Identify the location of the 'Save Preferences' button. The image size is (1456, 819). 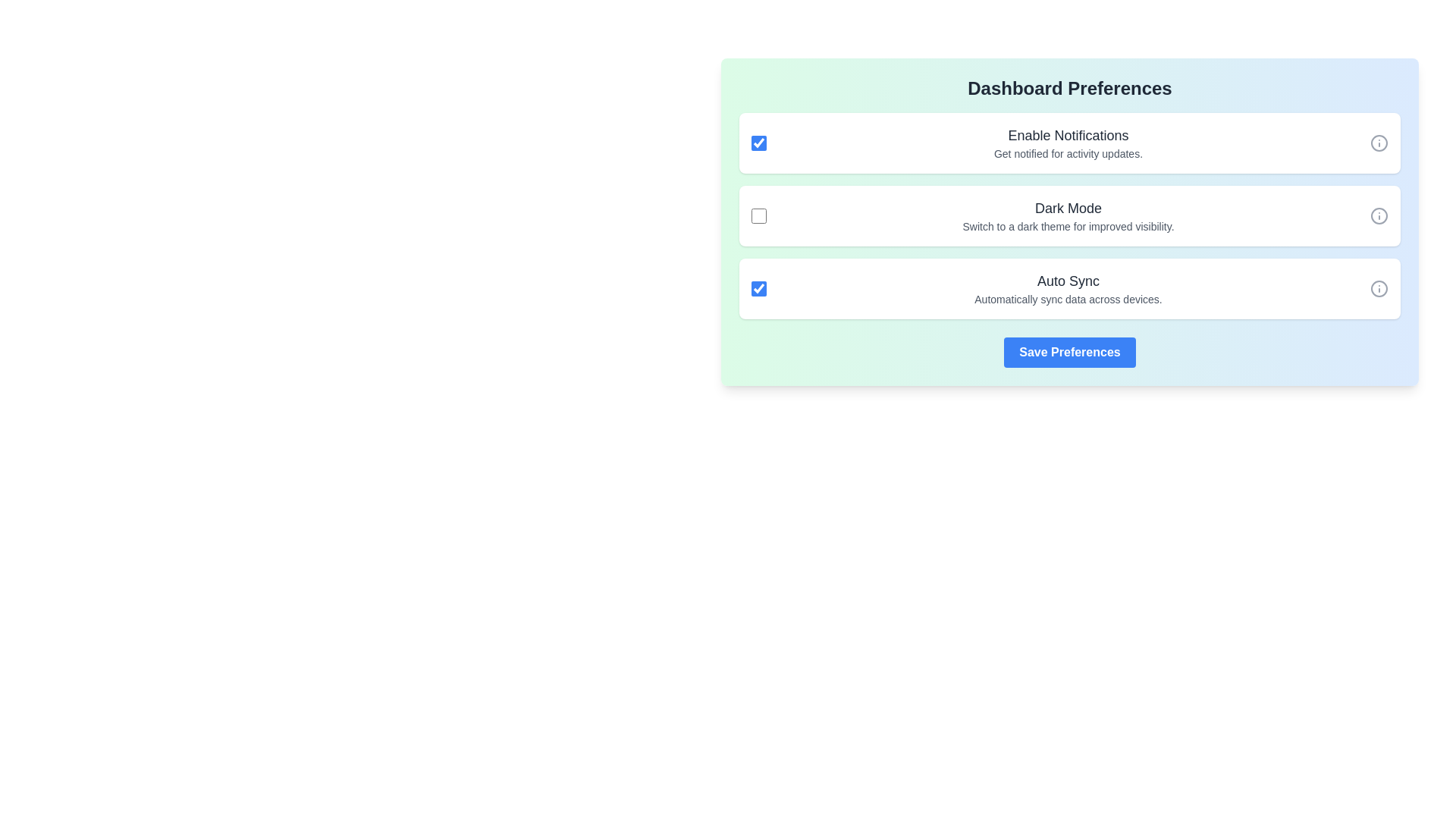
(1069, 353).